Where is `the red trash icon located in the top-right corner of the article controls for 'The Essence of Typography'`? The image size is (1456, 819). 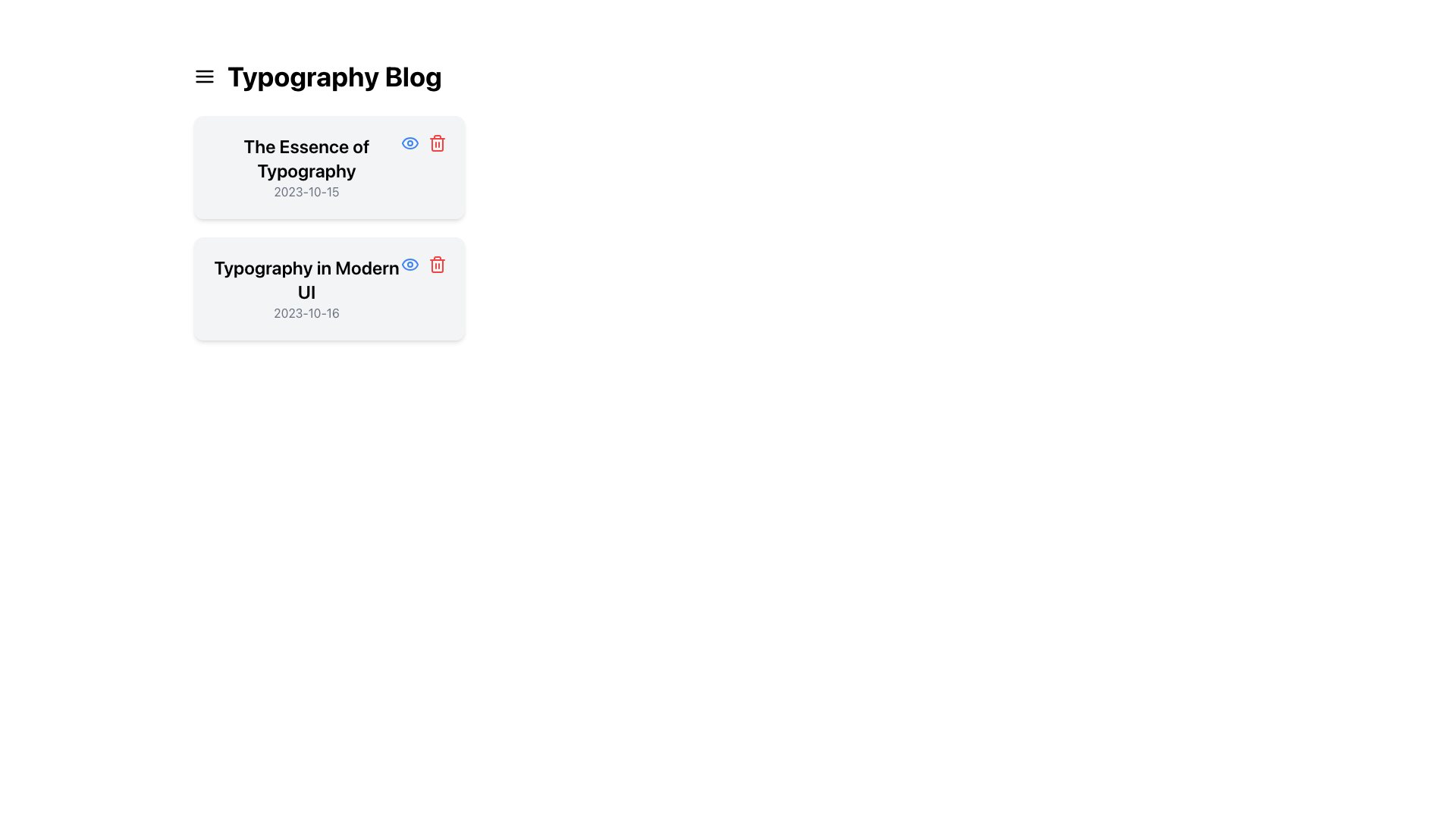 the red trash icon located in the top-right corner of the article controls for 'The Essence of Typography' is located at coordinates (423, 143).